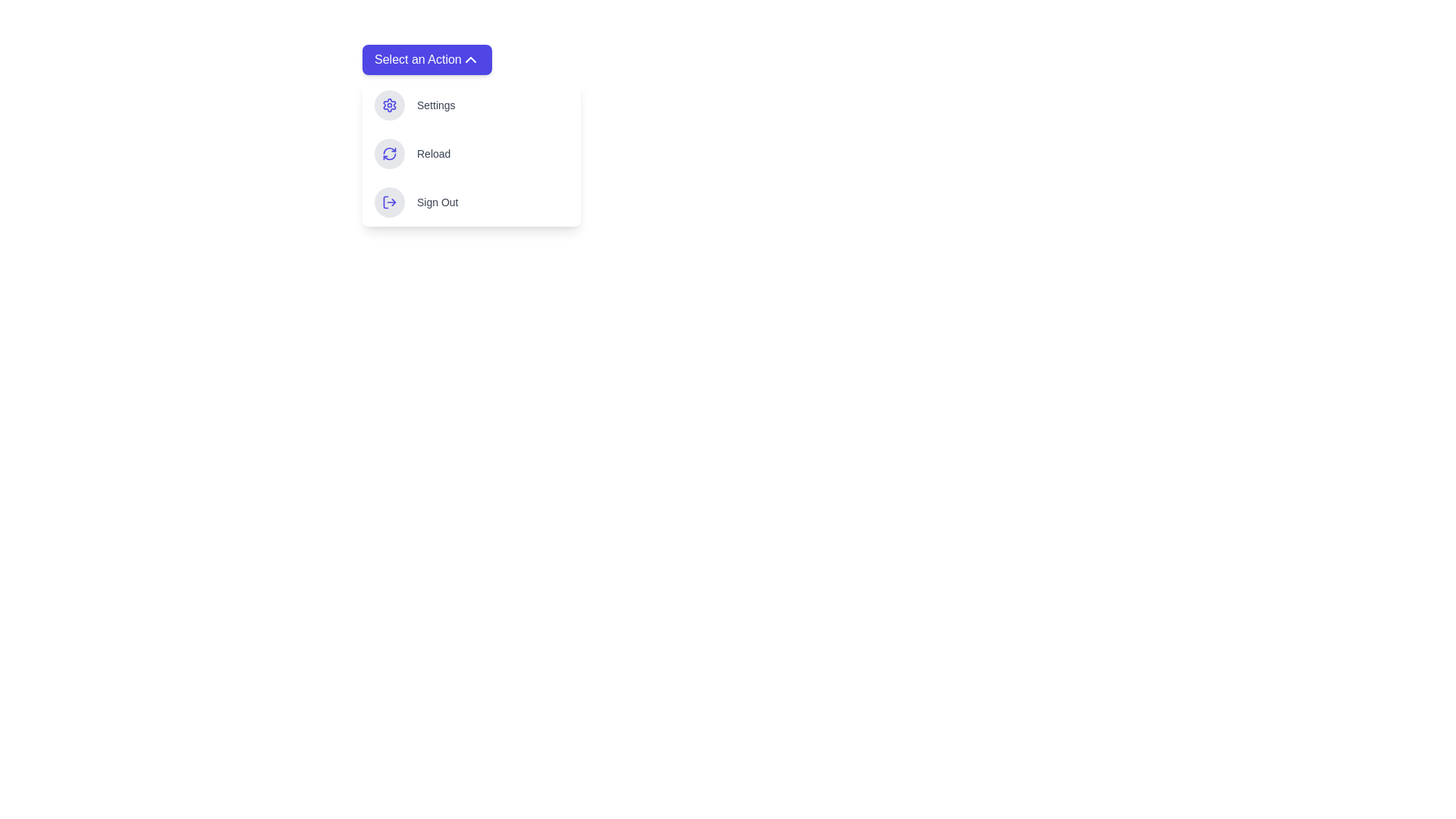 The image size is (1456, 819). What do you see at coordinates (389, 104) in the screenshot?
I see `the circular settings icon with a light gray background and blue gear design, positioned at the top of a vertical list` at bounding box center [389, 104].